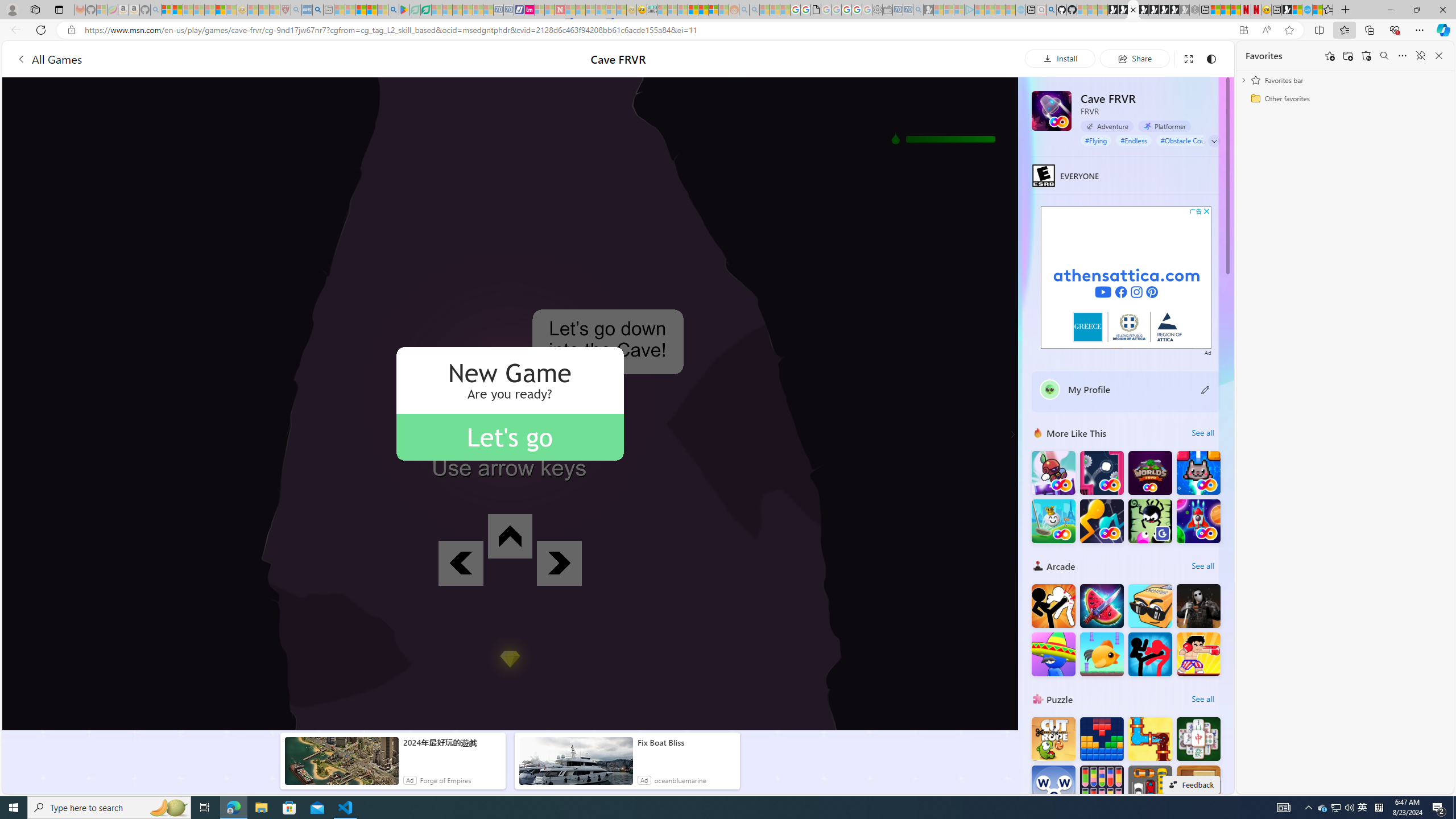  What do you see at coordinates (1214, 140) in the screenshot?
I see `'Class: control'` at bounding box center [1214, 140].